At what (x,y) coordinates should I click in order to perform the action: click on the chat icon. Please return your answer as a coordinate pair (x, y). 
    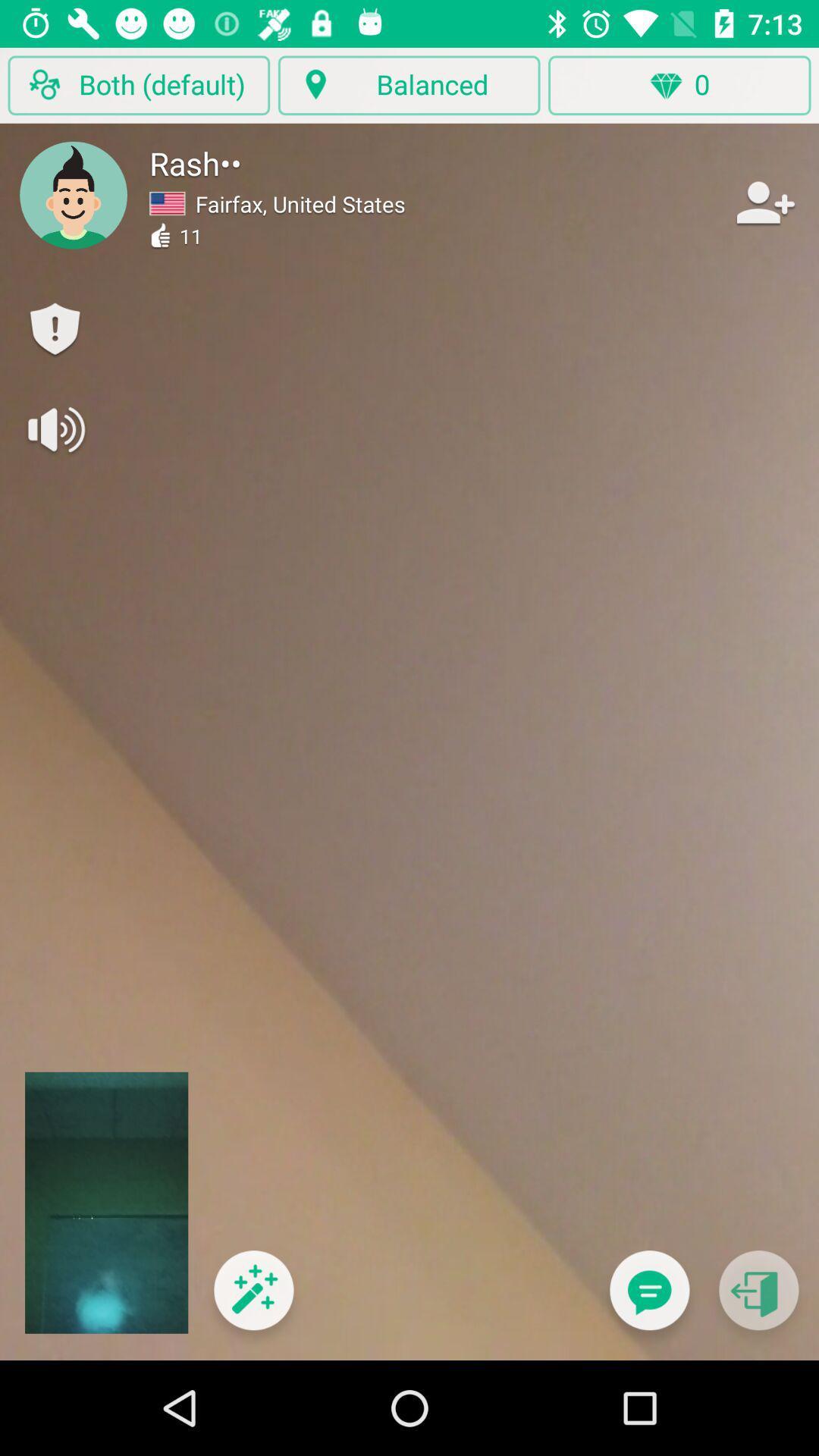
    Looking at the image, I should click on (648, 1299).